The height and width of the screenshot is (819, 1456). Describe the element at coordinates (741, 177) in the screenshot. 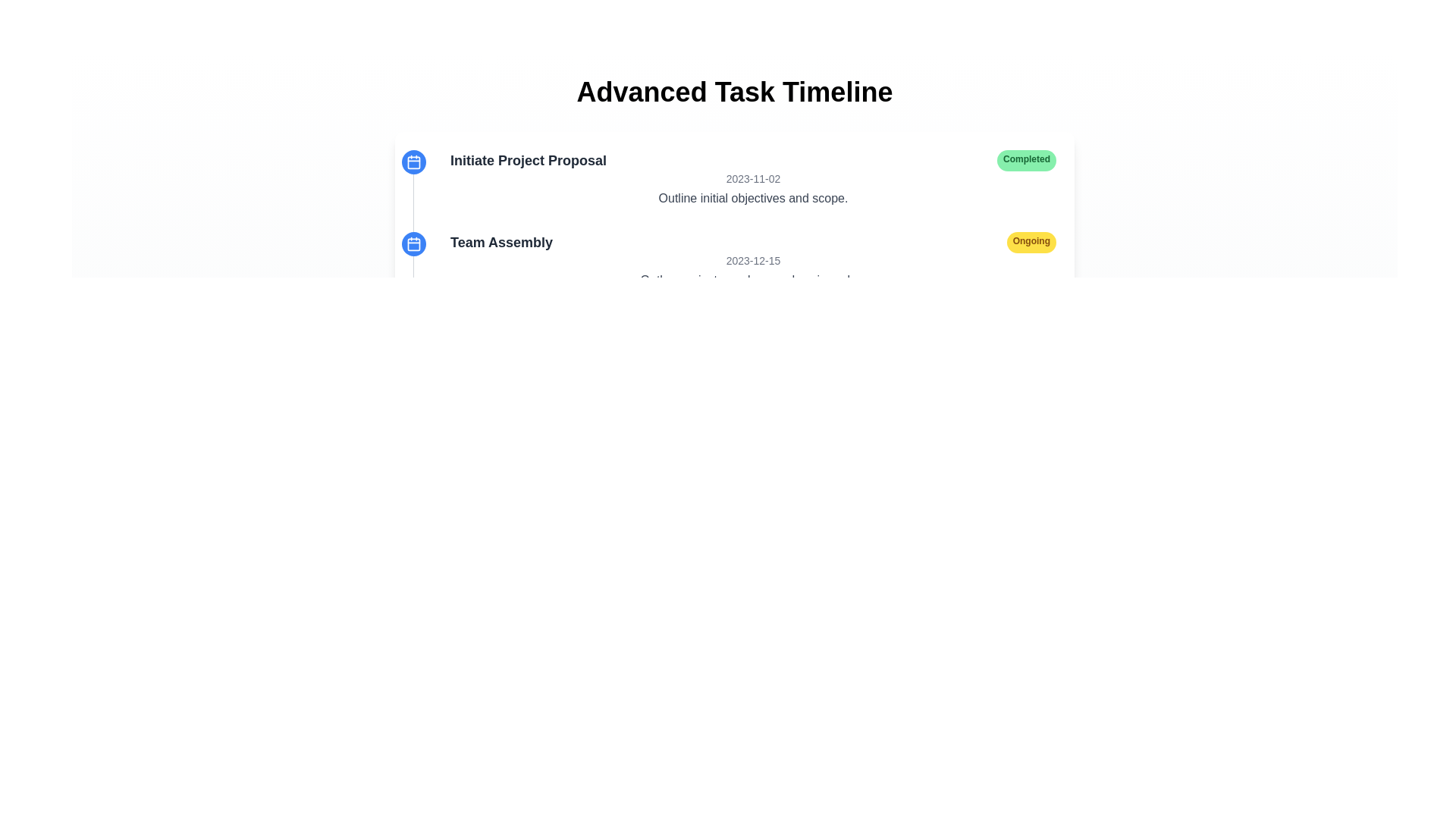

I see `text information from the task block labeled 'Initiate Project Proposal' which includes the title, status badge, date, and description` at that location.